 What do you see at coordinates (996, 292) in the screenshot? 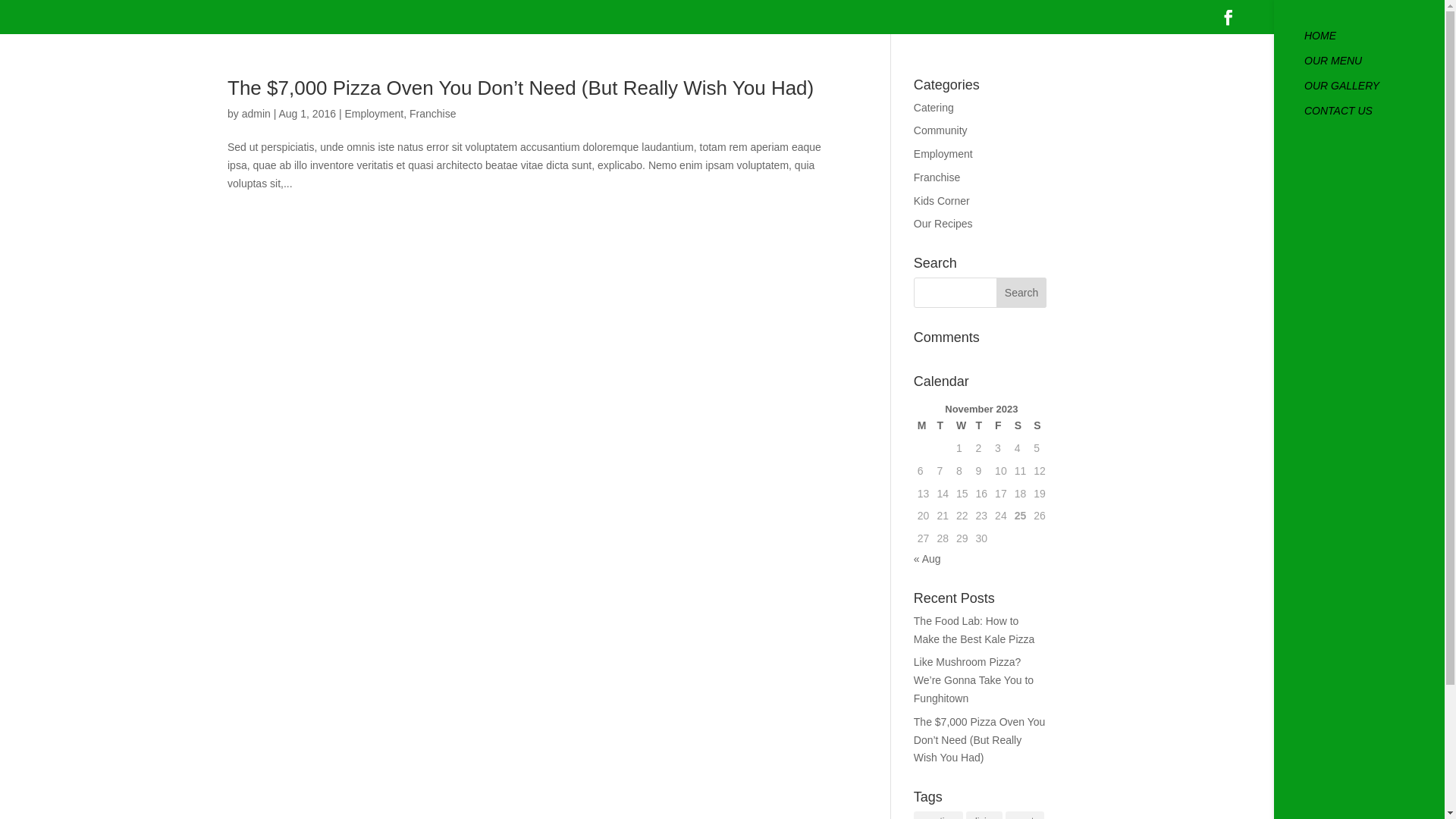
I see `'Search'` at bounding box center [996, 292].